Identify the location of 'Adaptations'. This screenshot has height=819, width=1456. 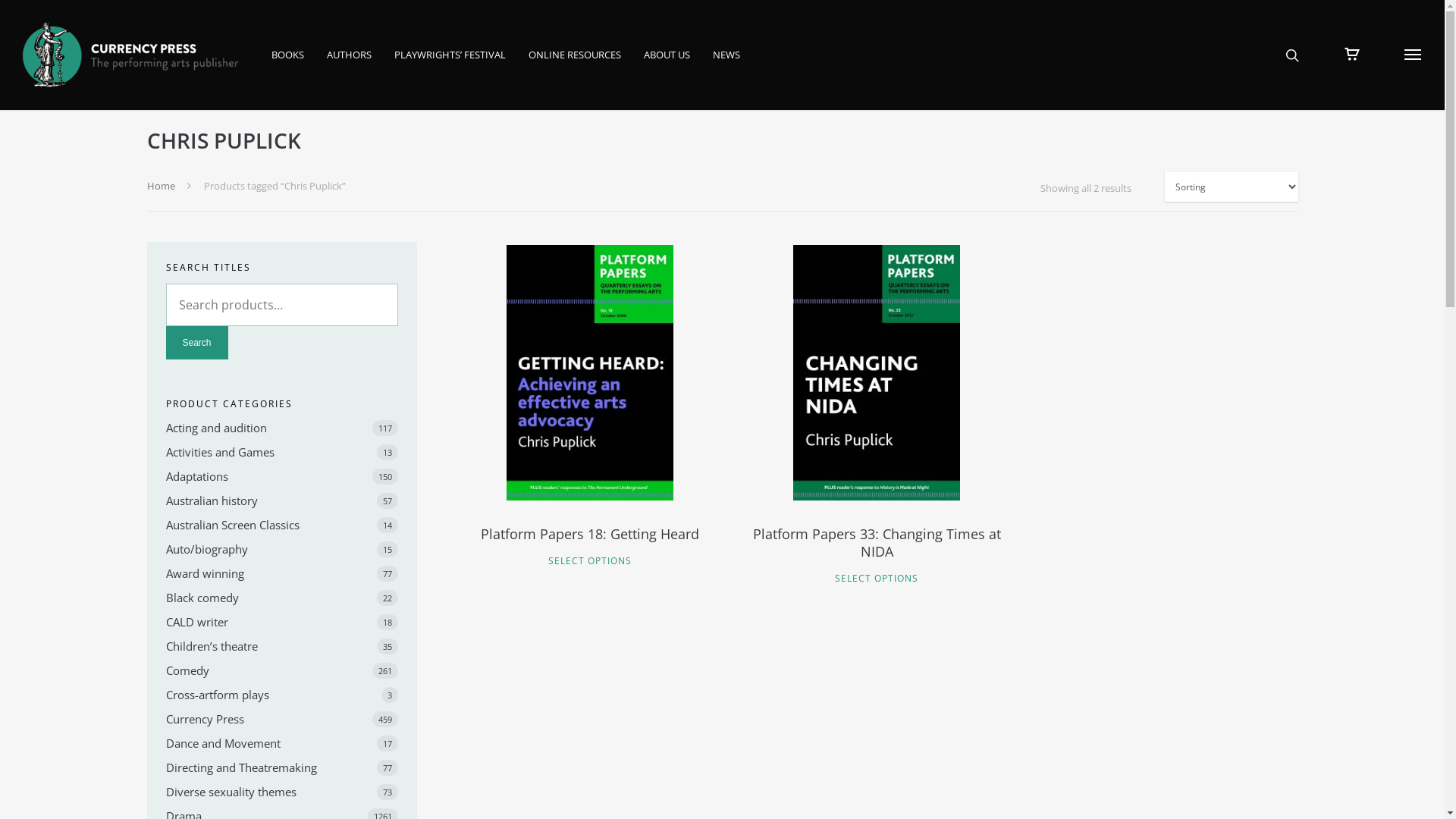
(165, 475).